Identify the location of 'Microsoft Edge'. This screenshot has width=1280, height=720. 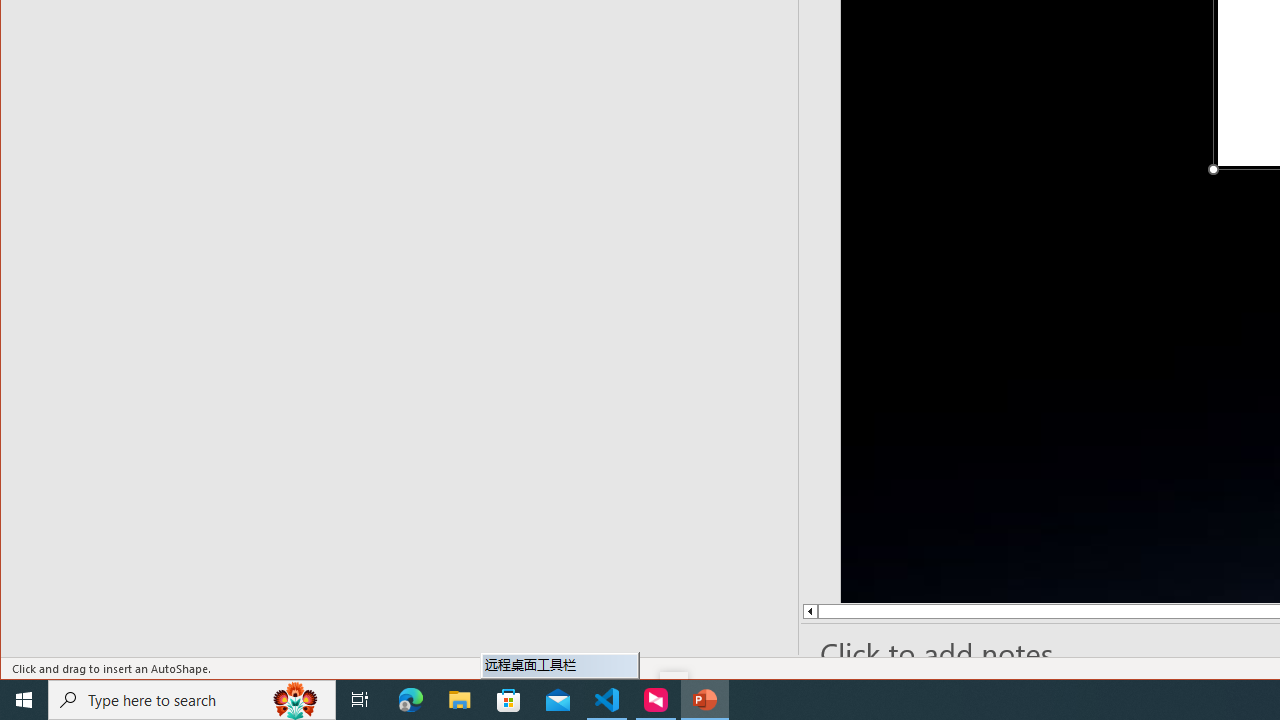
(410, 698).